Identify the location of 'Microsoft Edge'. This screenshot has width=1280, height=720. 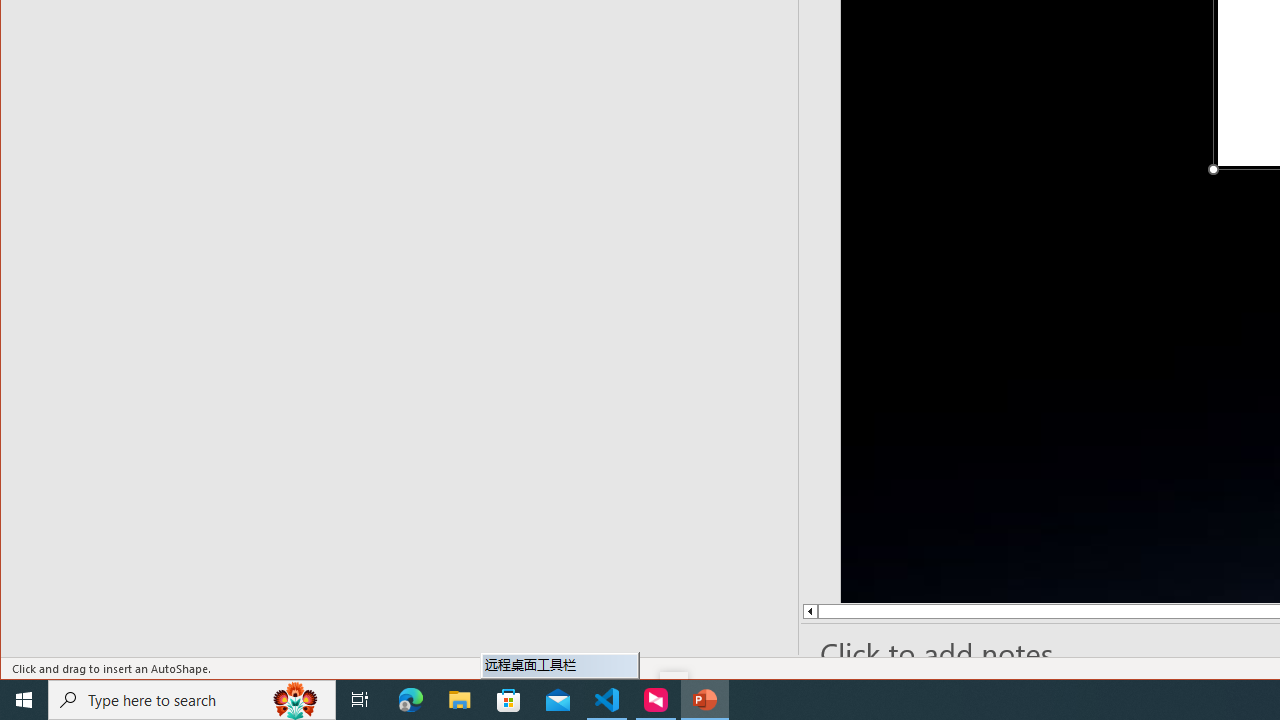
(410, 698).